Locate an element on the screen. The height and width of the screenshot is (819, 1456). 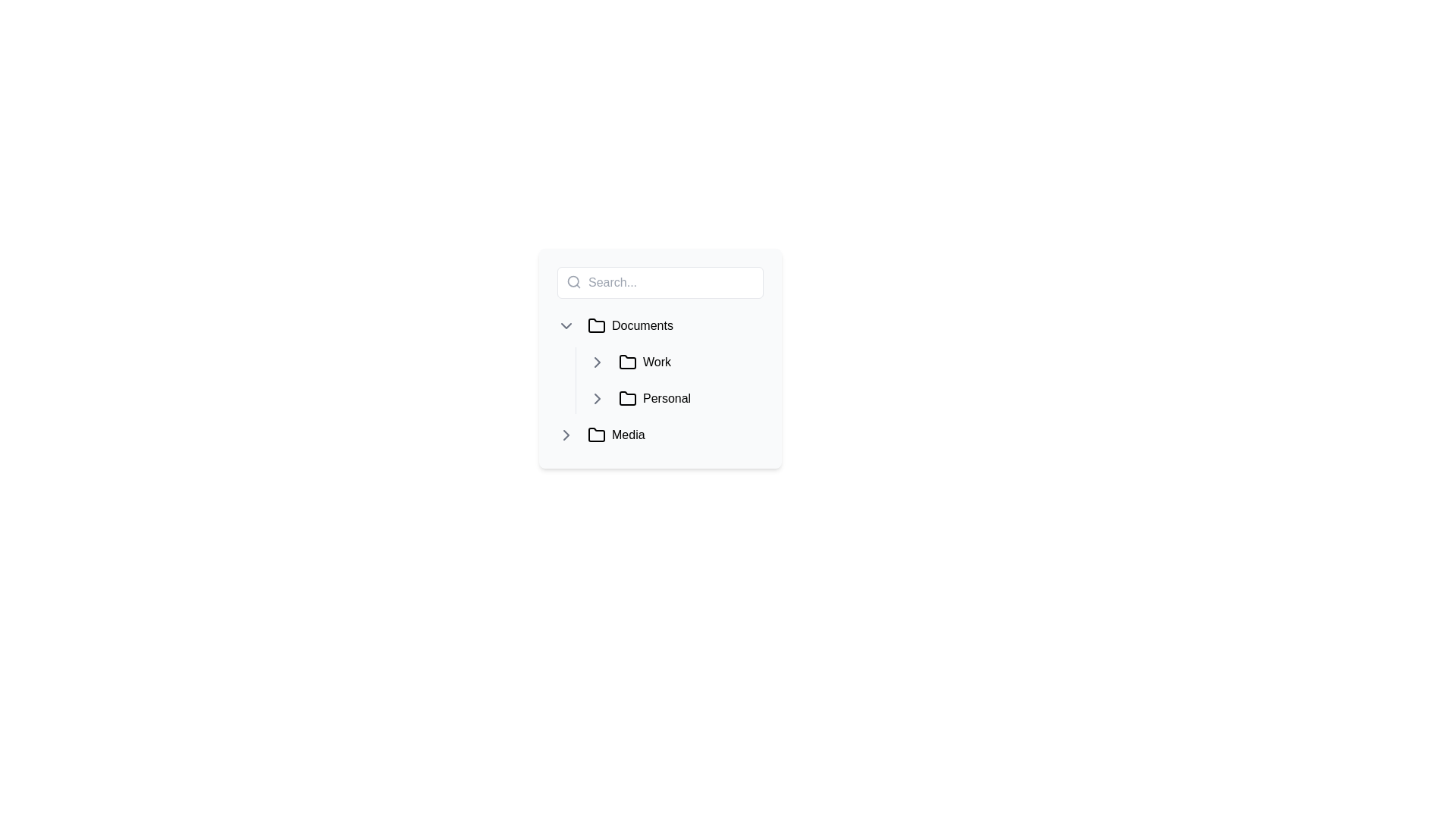
the 'Media' list item with a folder icon is located at coordinates (672, 435).